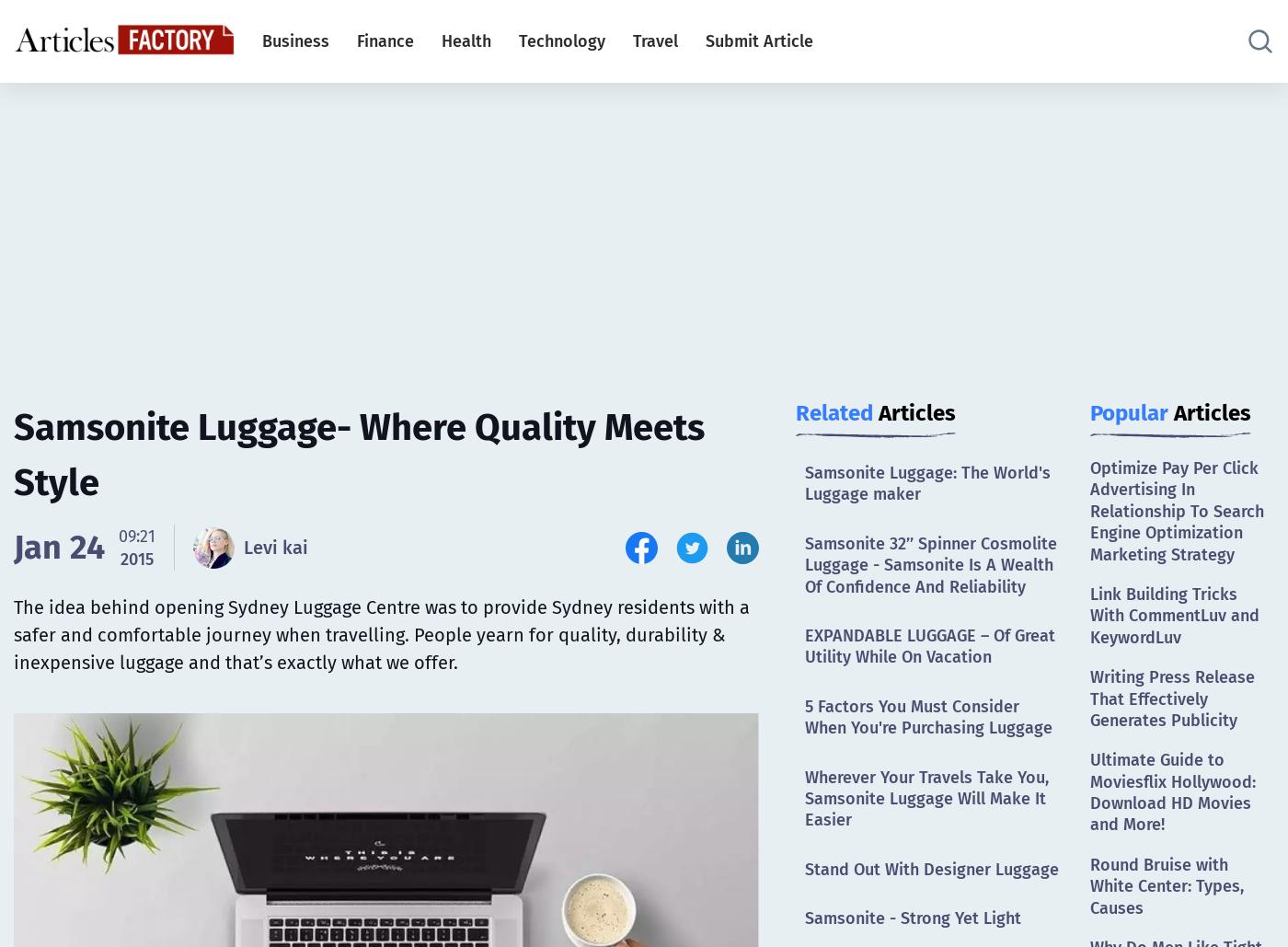 The width and height of the screenshot is (1288, 947). What do you see at coordinates (805, 797) in the screenshot?
I see `'Wherever Your Travels Take You, Samsonite Luggage Will Make It Easier'` at bounding box center [805, 797].